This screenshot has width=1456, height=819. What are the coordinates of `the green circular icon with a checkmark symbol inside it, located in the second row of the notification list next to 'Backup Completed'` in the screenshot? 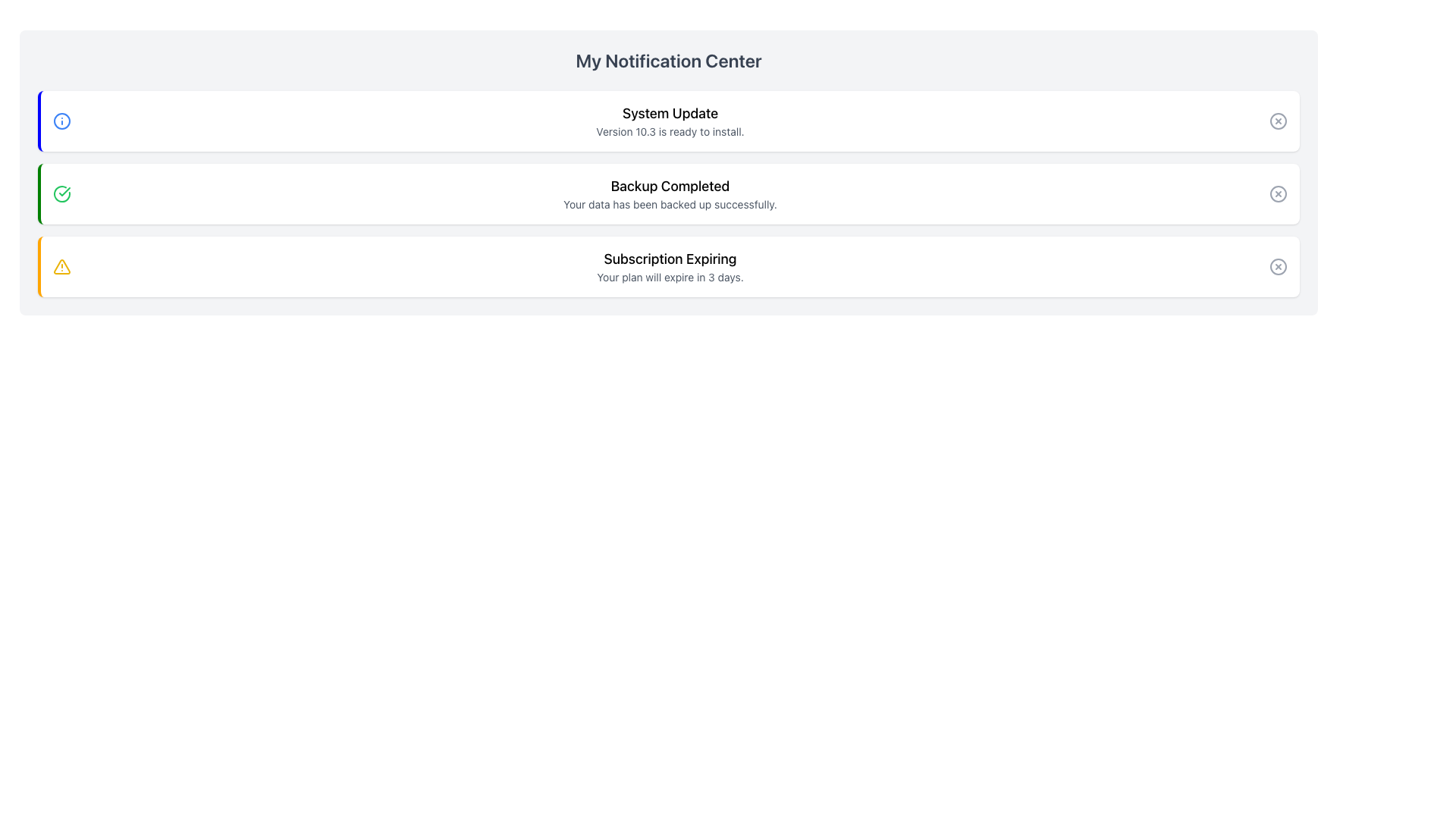 It's located at (61, 193).